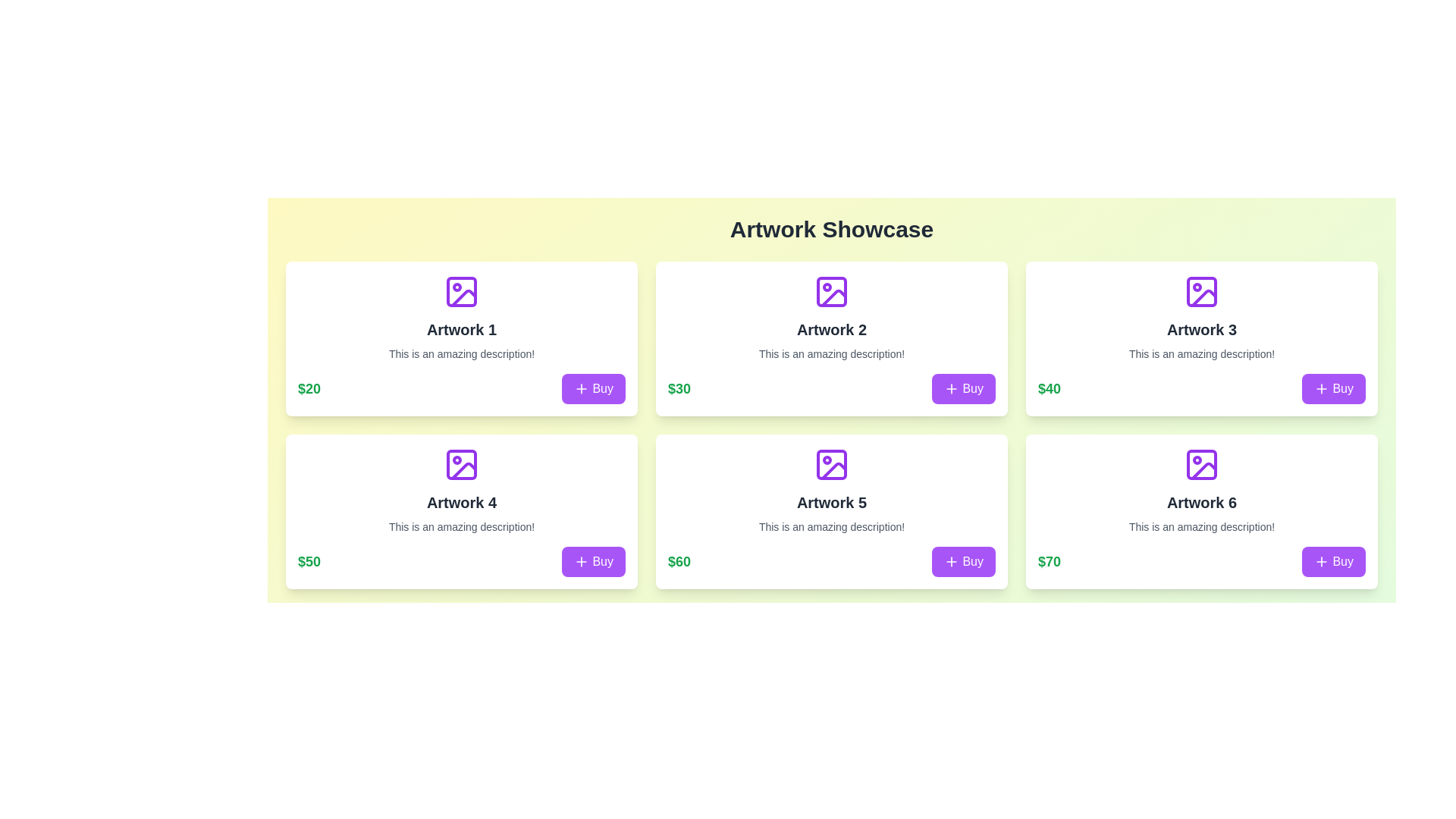 This screenshot has height=819, width=1456. What do you see at coordinates (461, 464) in the screenshot?
I see `the rectangular background of the SVG icon within the card labeled 'Artwork 4', located in the top-left part of the card in the artwork grid` at bounding box center [461, 464].